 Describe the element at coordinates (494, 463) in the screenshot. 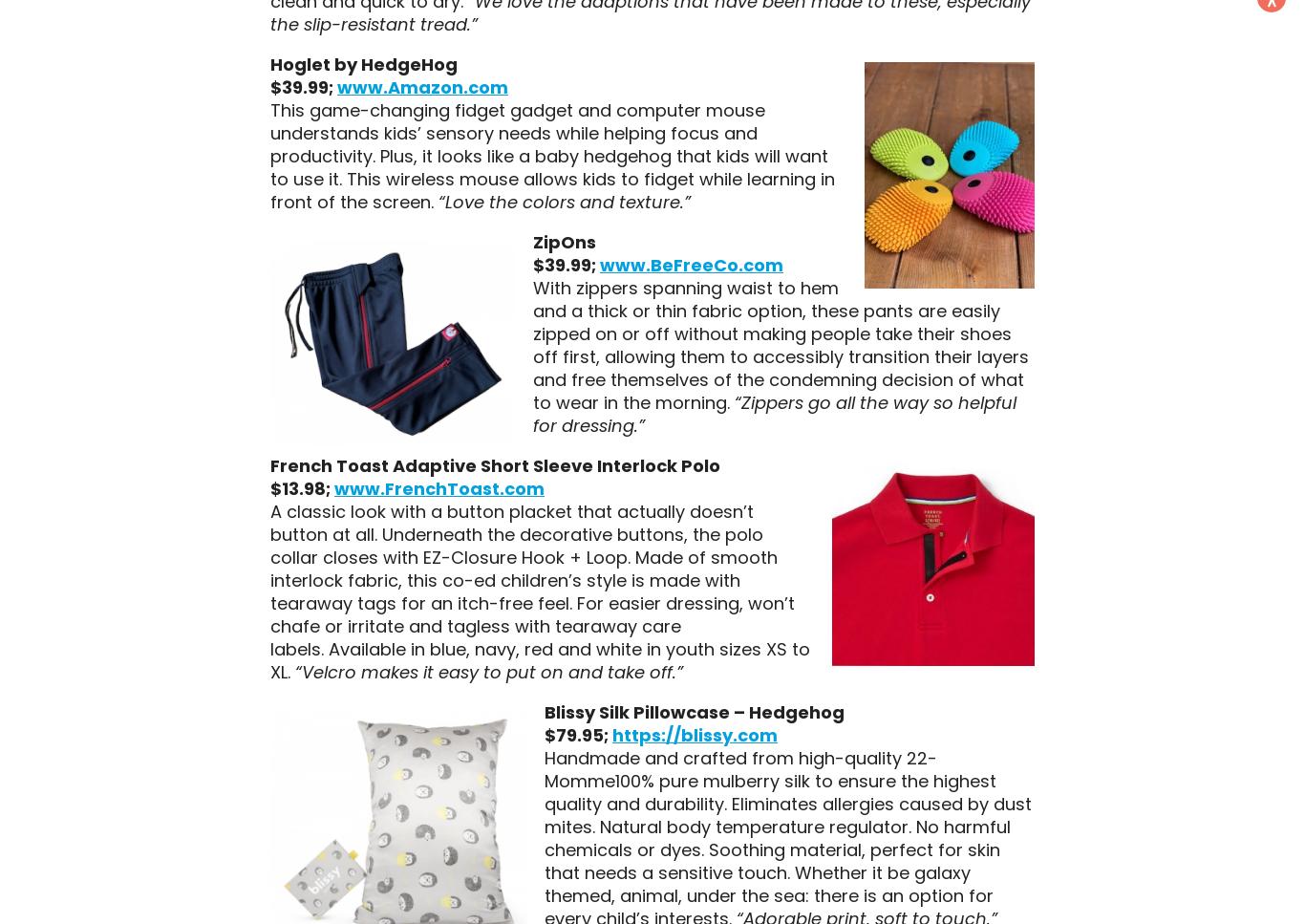

I see `'French Toast Adaptive Short Sleeve Interlock Polo'` at that location.